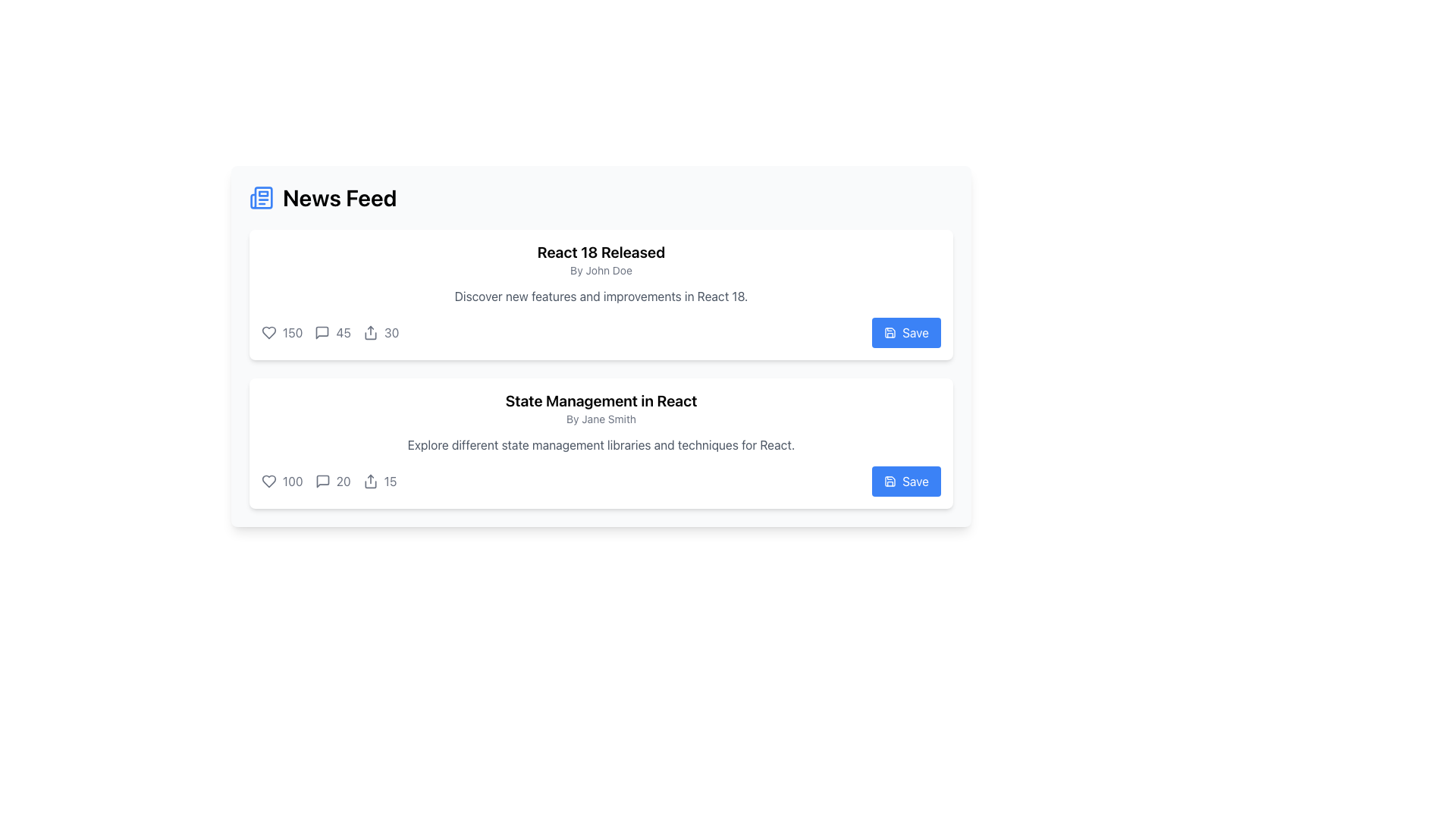 This screenshot has width=1456, height=819. Describe the element at coordinates (600, 444) in the screenshot. I see `the text element that provides a brief description or summary of the related topic, located under the 'State Management in React' title and above the interaction statistics row` at that location.